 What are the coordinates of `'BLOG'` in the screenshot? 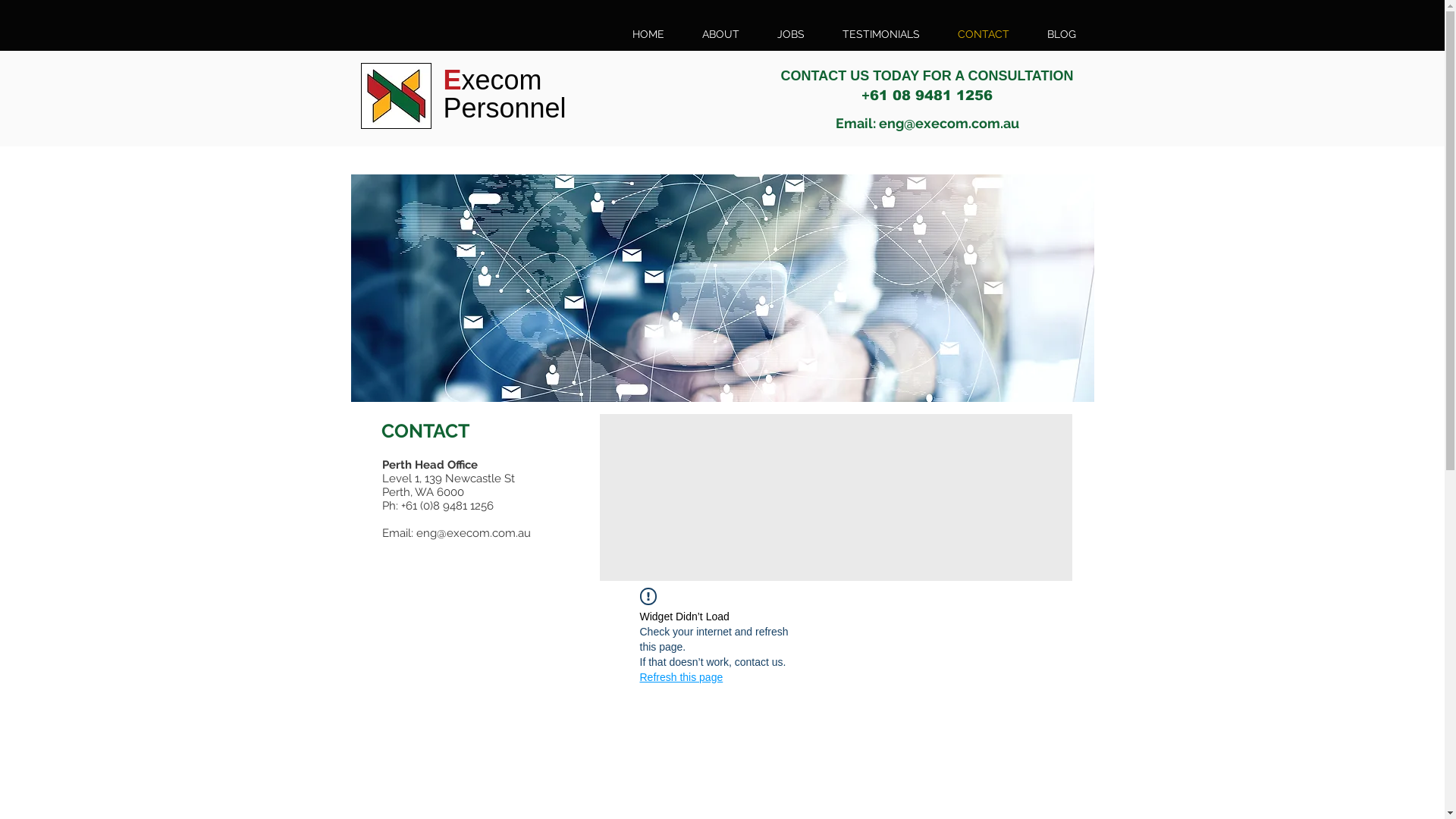 It's located at (1061, 34).